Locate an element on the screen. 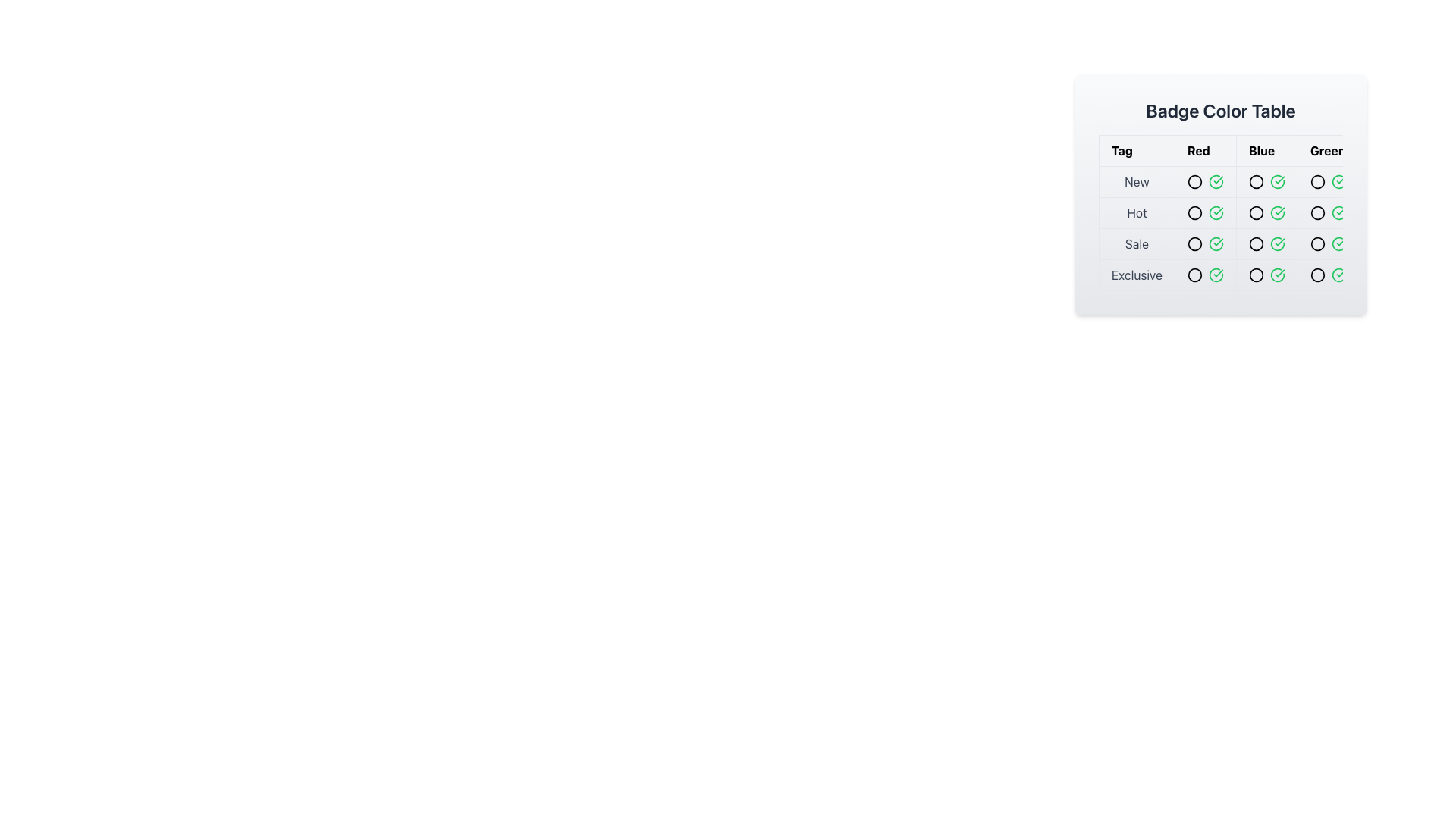  the circular icon representing the 'Sale' tag in the 'Red' category within the 'Badge Color Table' is located at coordinates (1194, 243).